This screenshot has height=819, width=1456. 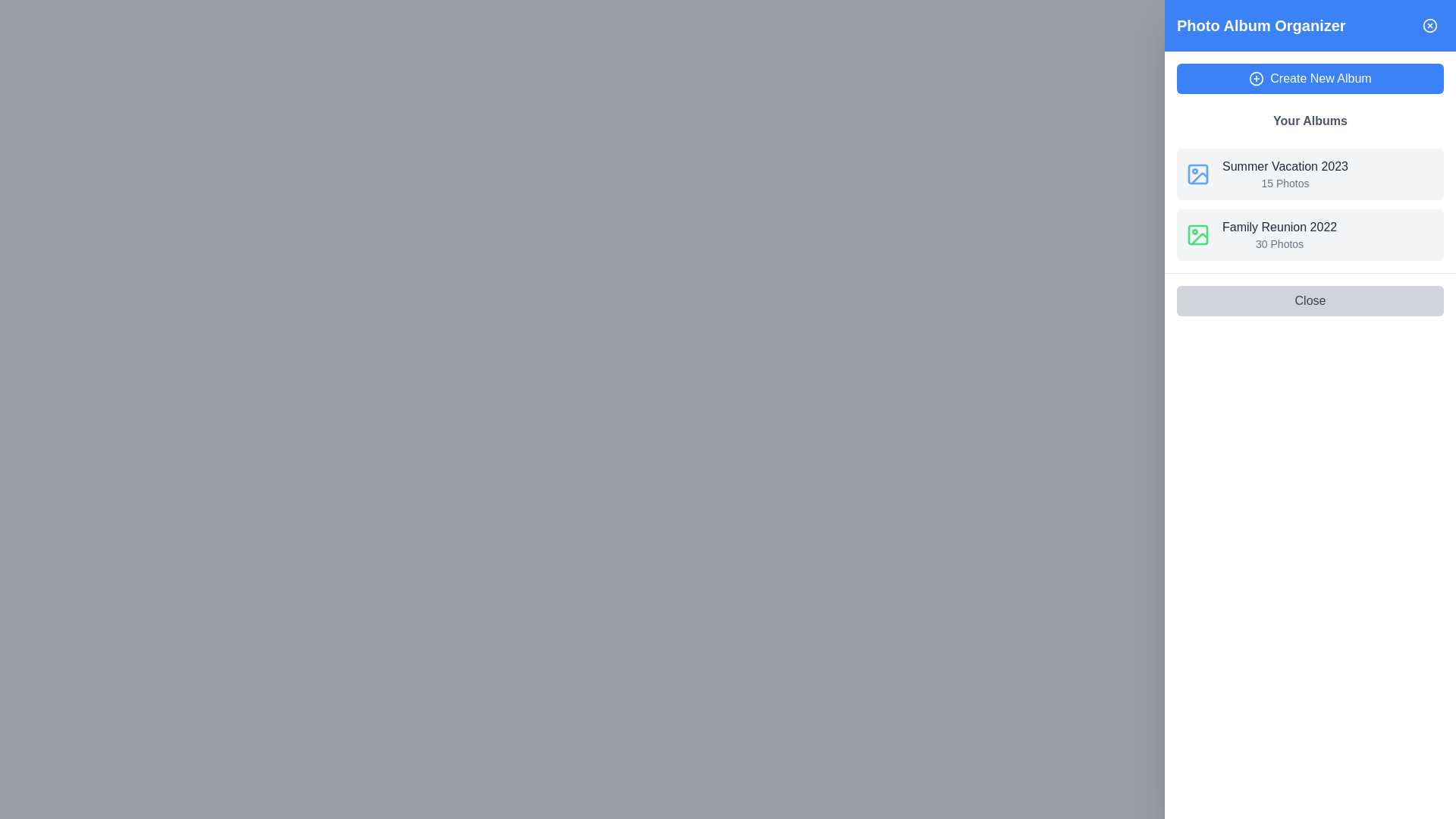 What do you see at coordinates (1320, 79) in the screenshot?
I see `text content of the label displaying 'Create New Album' styled in white text against a blue background` at bounding box center [1320, 79].